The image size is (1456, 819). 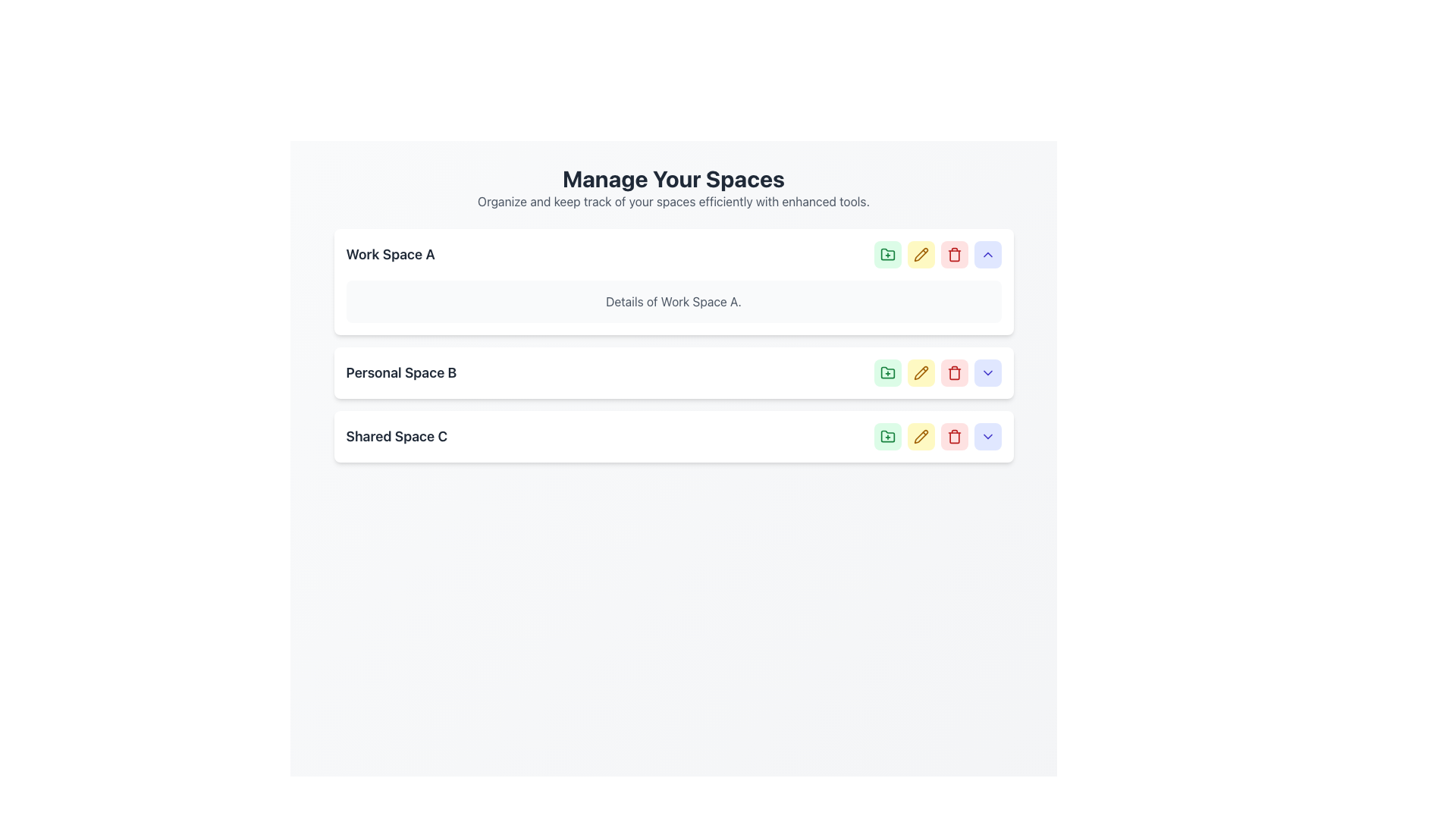 What do you see at coordinates (953, 253) in the screenshot?
I see `the red-toned rectangular delete button with a trash can icon located on the rightmost side of the button group for 'Work Space A'` at bounding box center [953, 253].